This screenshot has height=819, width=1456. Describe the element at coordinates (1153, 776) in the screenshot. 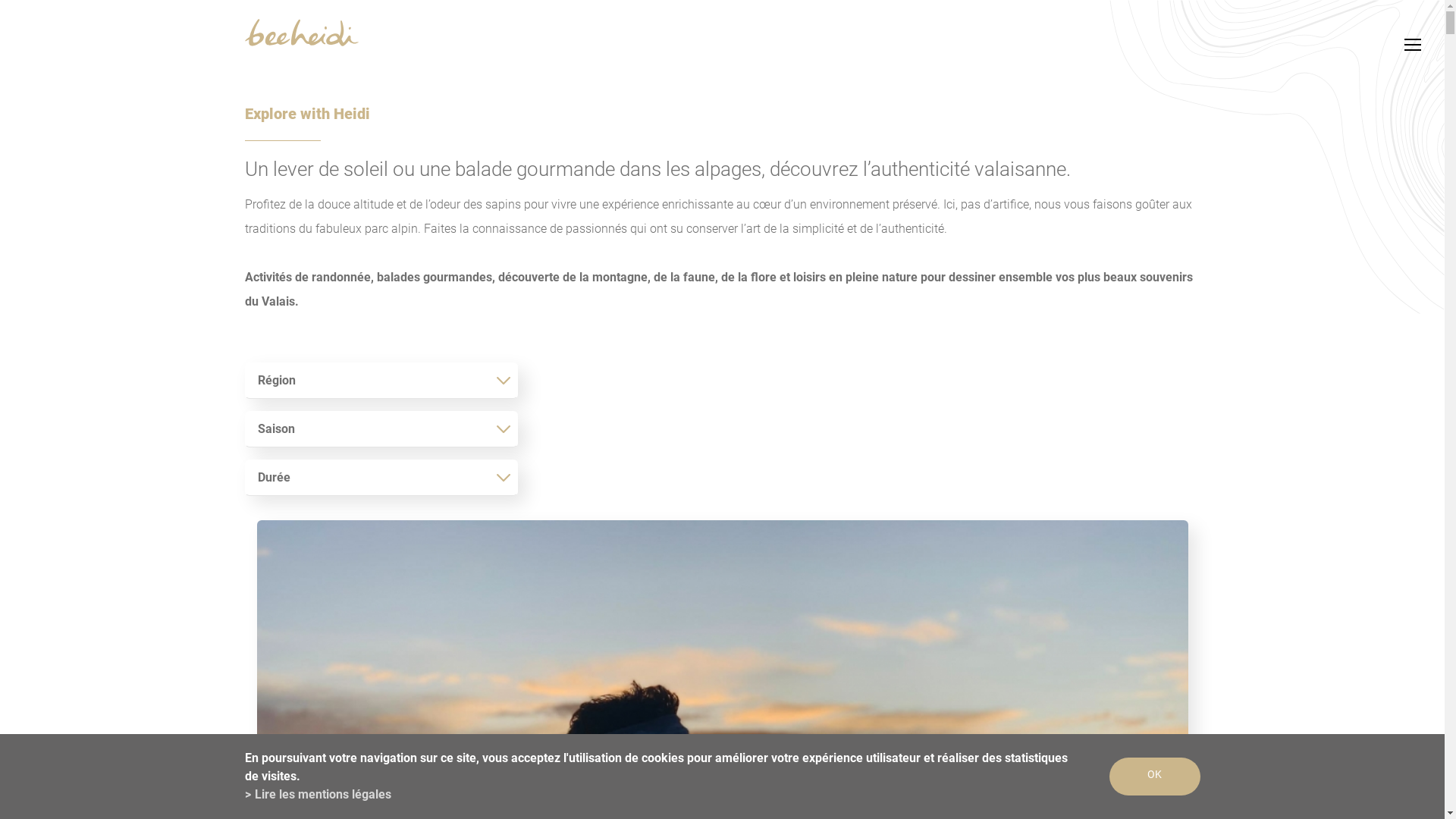

I see `'OK'` at that location.